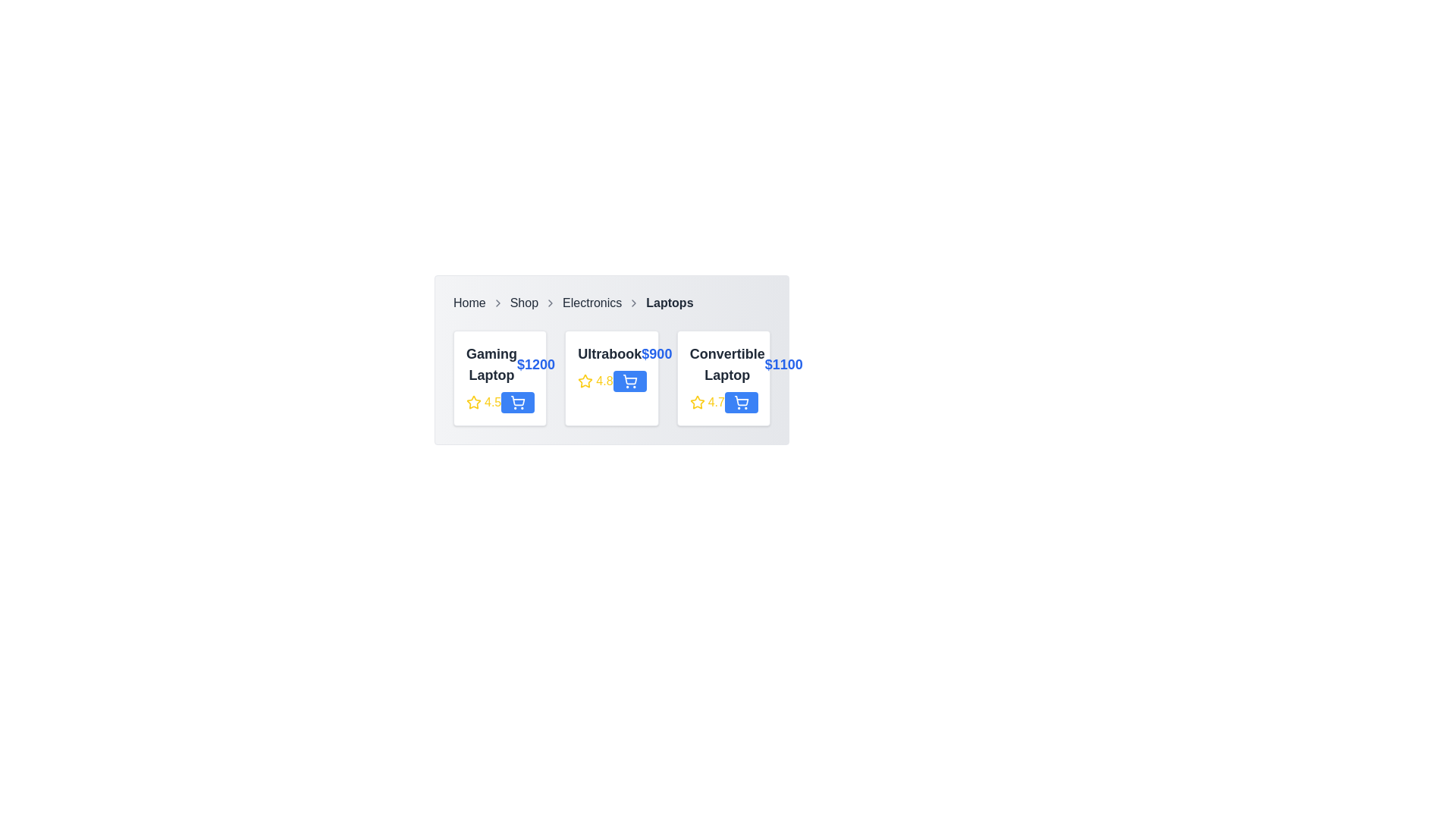 Image resolution: width=1456 pixels, height=819 pixels. I want to click on the shopping cart icon within the blue button at the bottom of the 'Gaming Laptop' card, so click(518, 402).